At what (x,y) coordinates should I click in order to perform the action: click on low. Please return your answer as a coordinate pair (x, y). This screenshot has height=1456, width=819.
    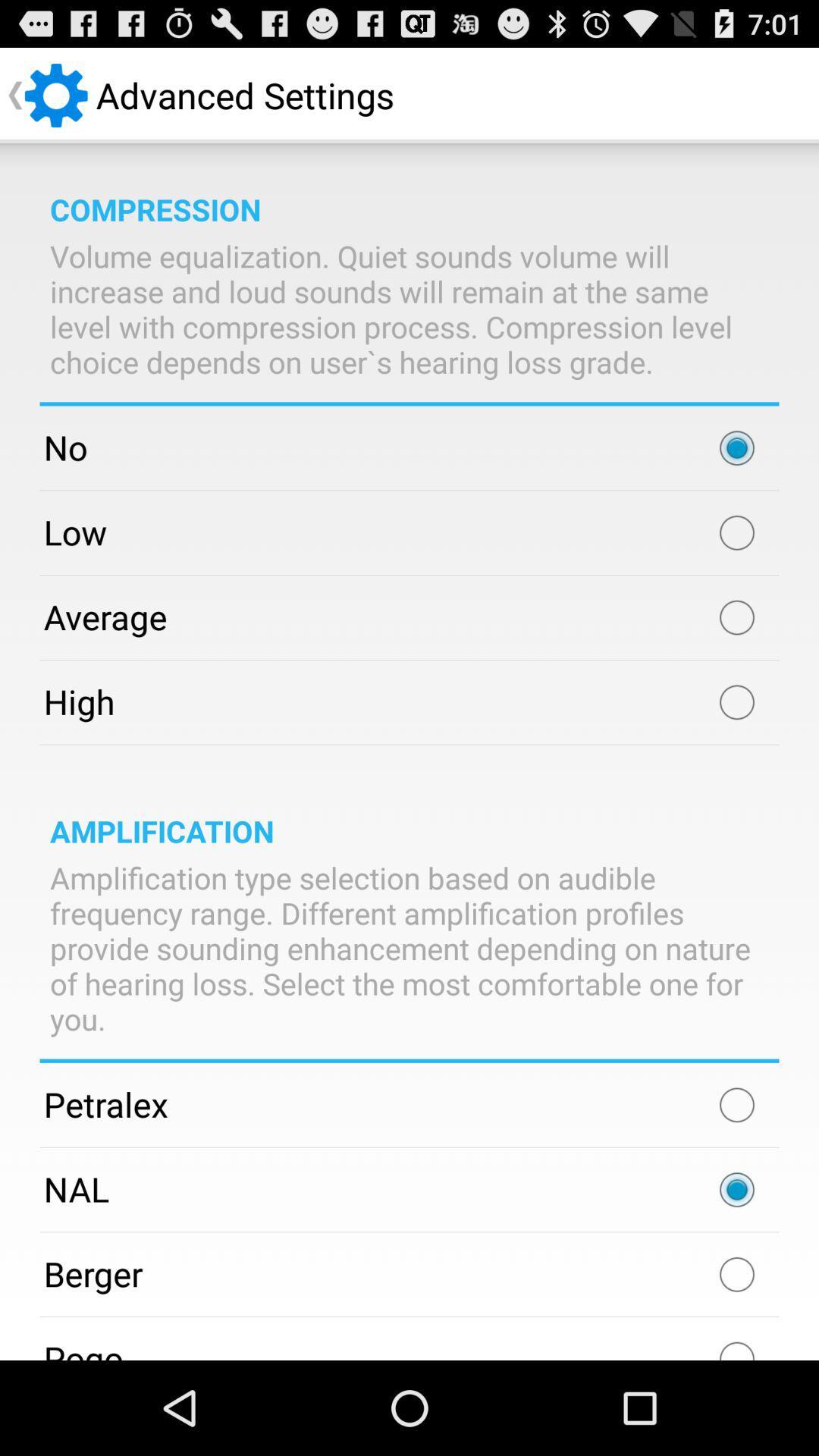
    Looking at the image, I should click on (736, 532).